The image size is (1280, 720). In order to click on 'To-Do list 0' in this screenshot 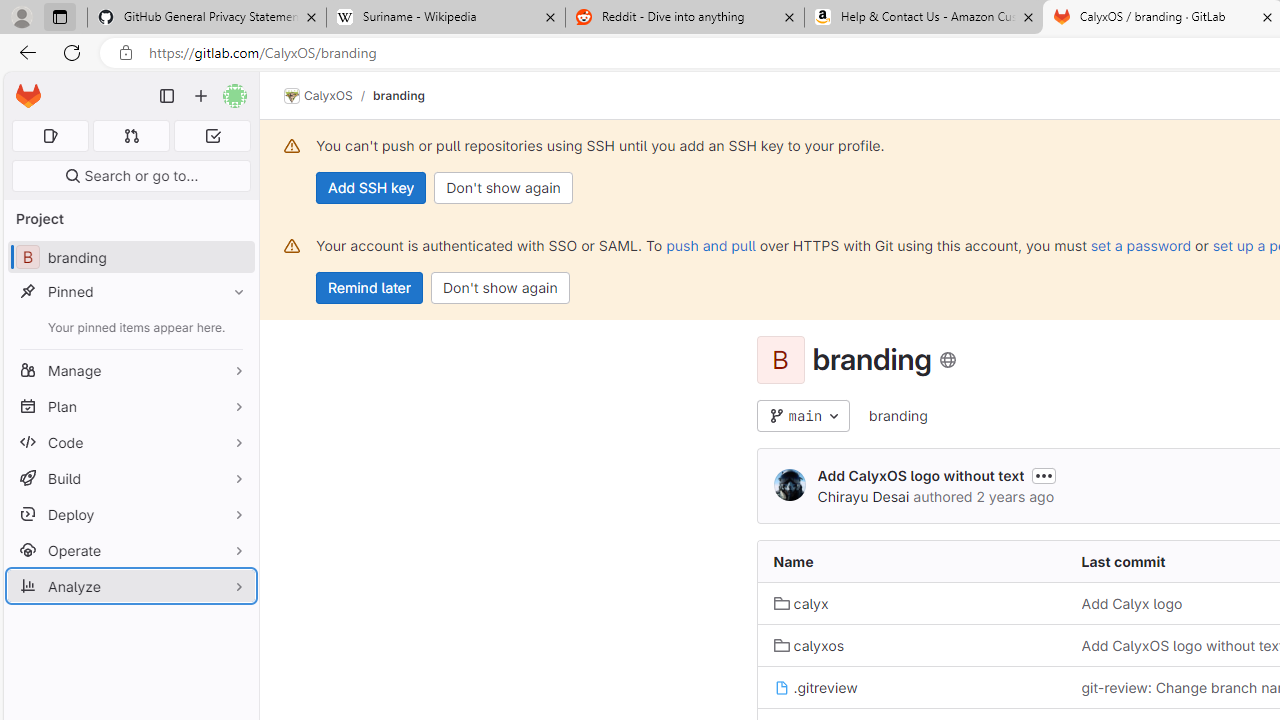, I will do `click(212, 135)`.